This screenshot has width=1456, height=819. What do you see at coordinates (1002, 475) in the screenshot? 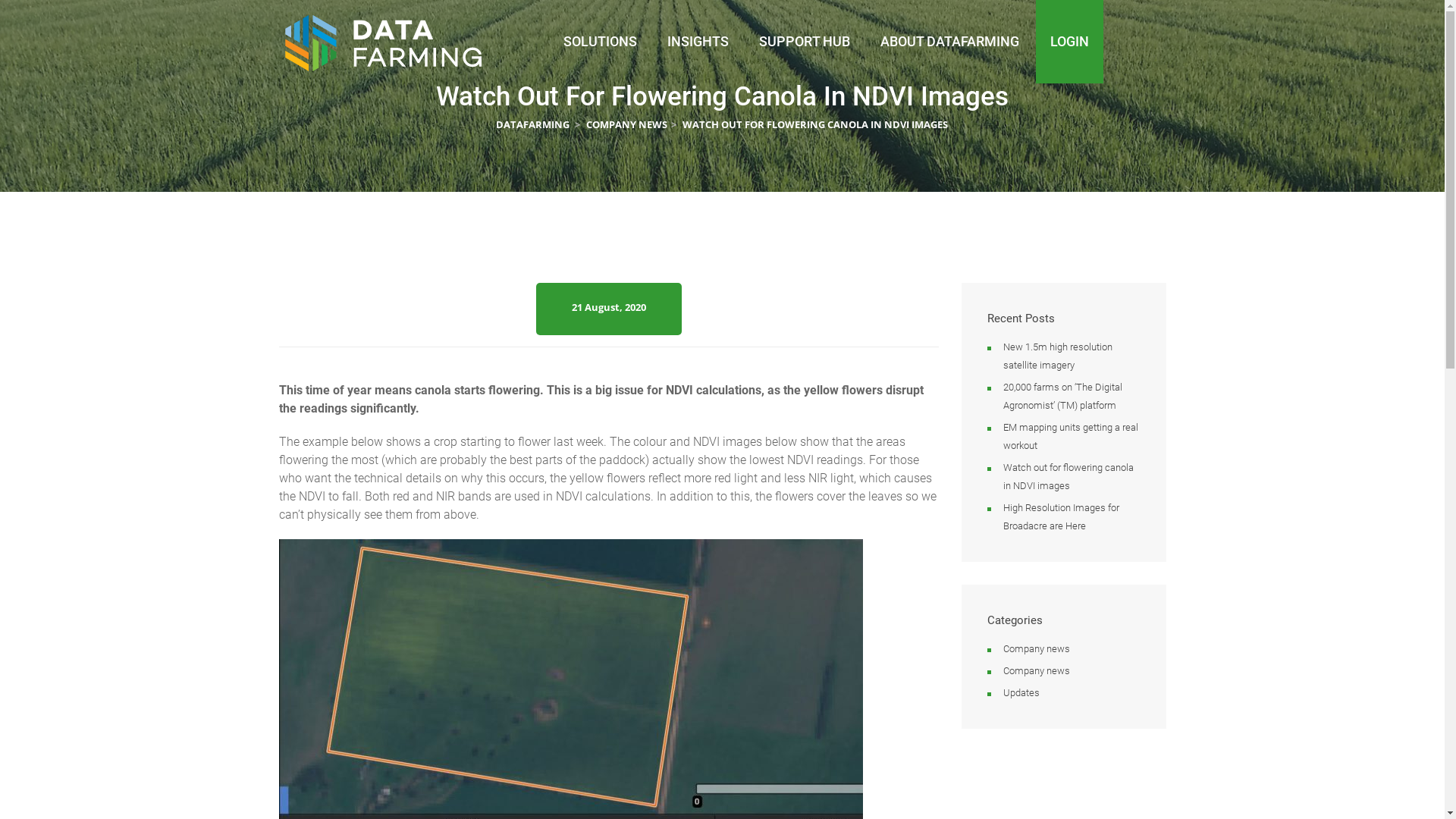
I see `'Watch out for flowering canola in NDVI images'` at bounding box center [1002, 475].